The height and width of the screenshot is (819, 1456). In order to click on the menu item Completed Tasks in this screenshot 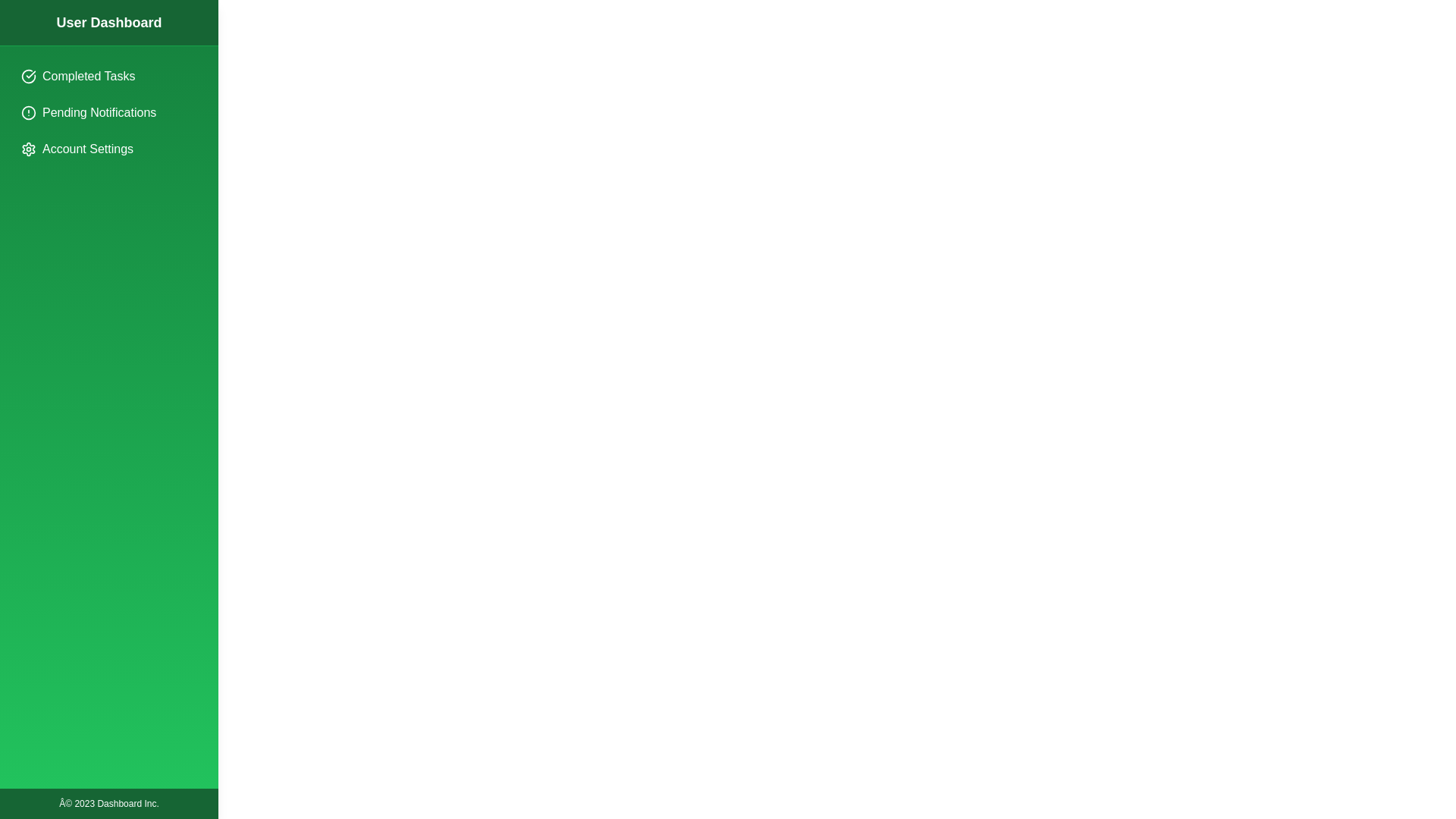, I will do `click(108, 76)`.